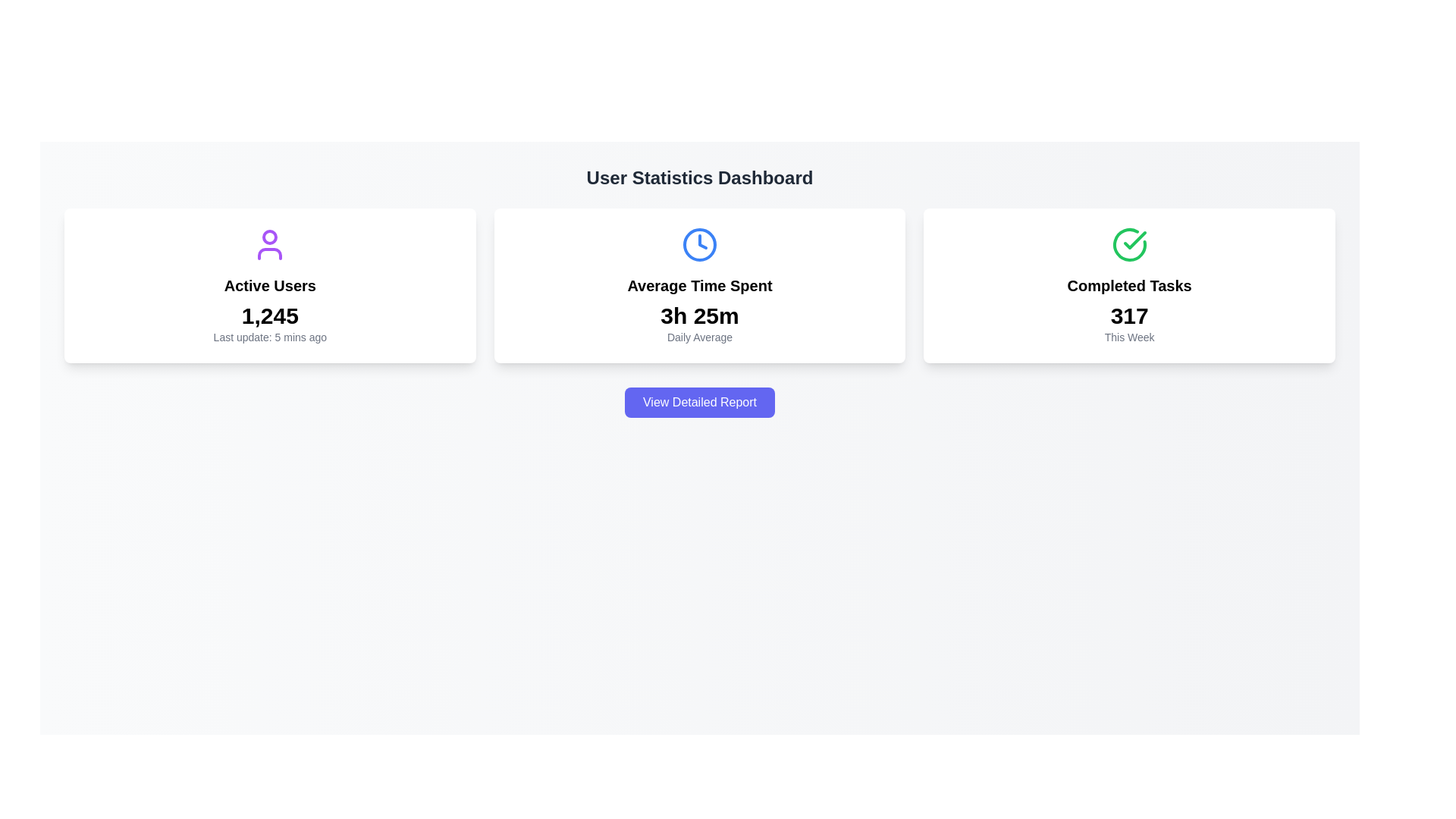 Image resolution: width=1456 pixels, height=819 pixels. I want to click on the text label displaying 'Daily Average' which is styled in a small gray font and is located at the bottom of the center card in a three-card layout, so click(698, 336).